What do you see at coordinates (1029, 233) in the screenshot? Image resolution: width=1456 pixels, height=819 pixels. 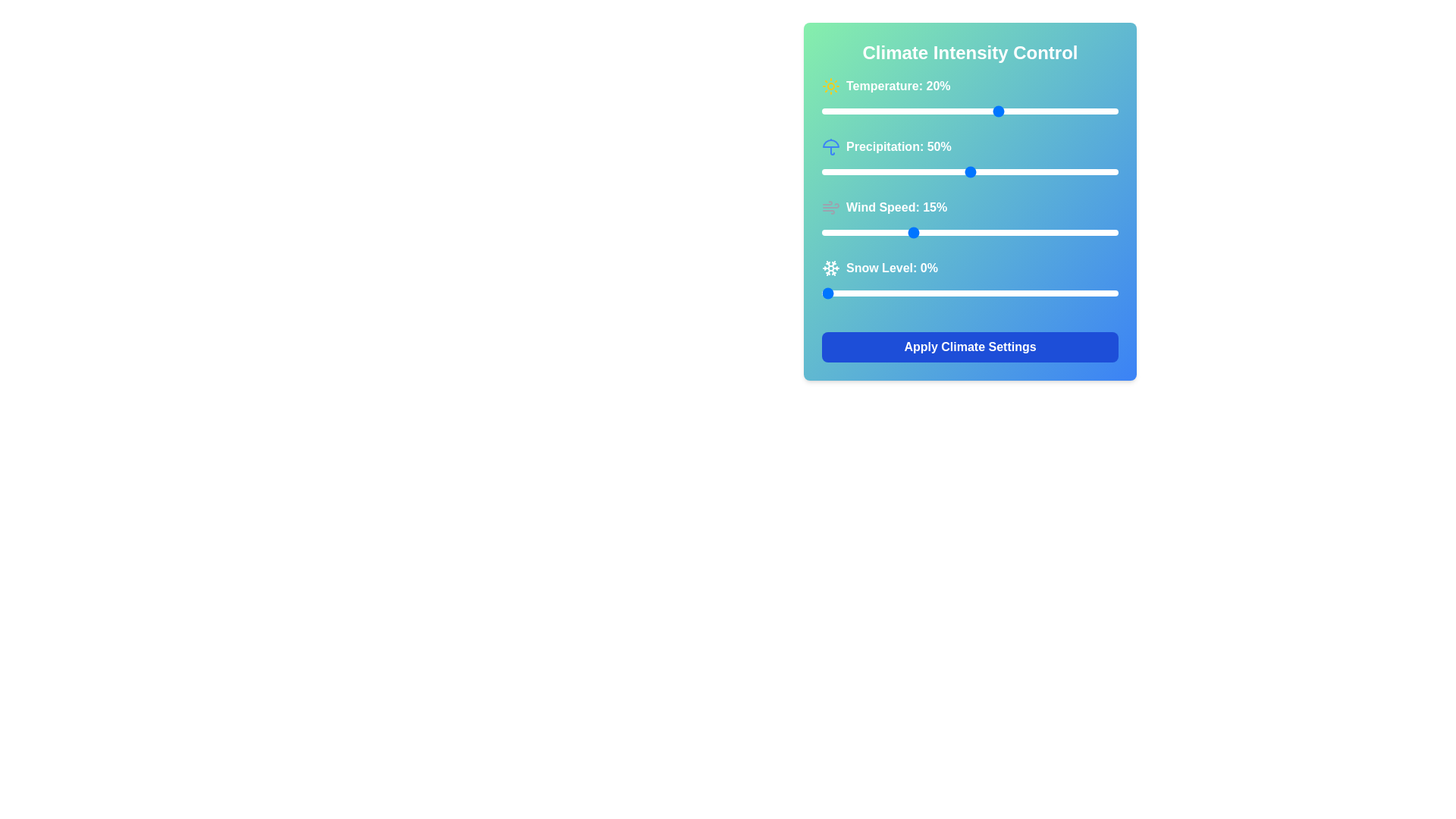 I see `wind speed` at bounding box center [1029, 233].